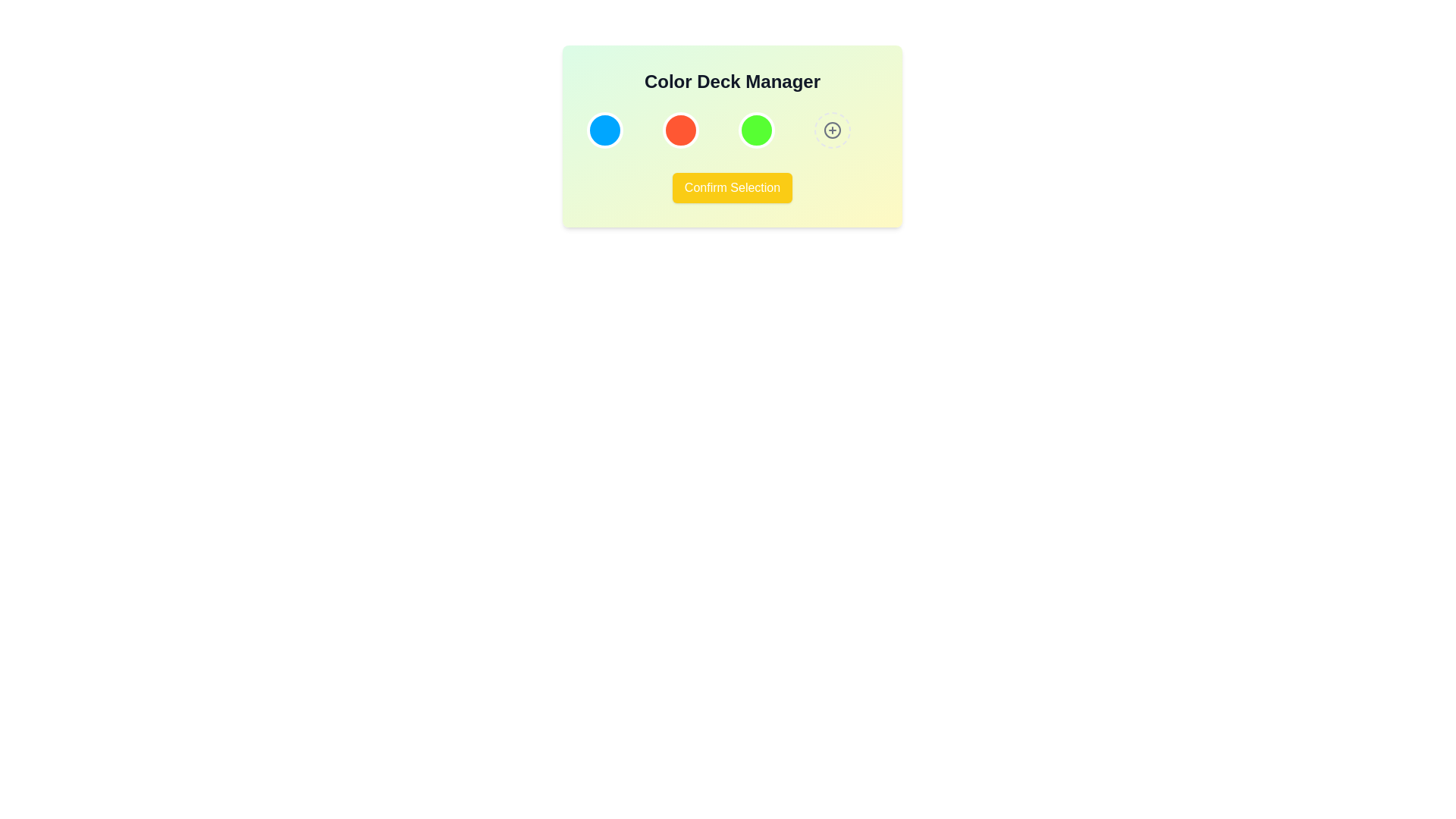 The image size is (1456, 819). What do you see at coordinates (757, 130) in the screenshot?
I see `the bright green circular selectable color option with a white border, which is the third item from the left in the grid under the 'Color Deck Manager' title` at bounding box center [757, 130].